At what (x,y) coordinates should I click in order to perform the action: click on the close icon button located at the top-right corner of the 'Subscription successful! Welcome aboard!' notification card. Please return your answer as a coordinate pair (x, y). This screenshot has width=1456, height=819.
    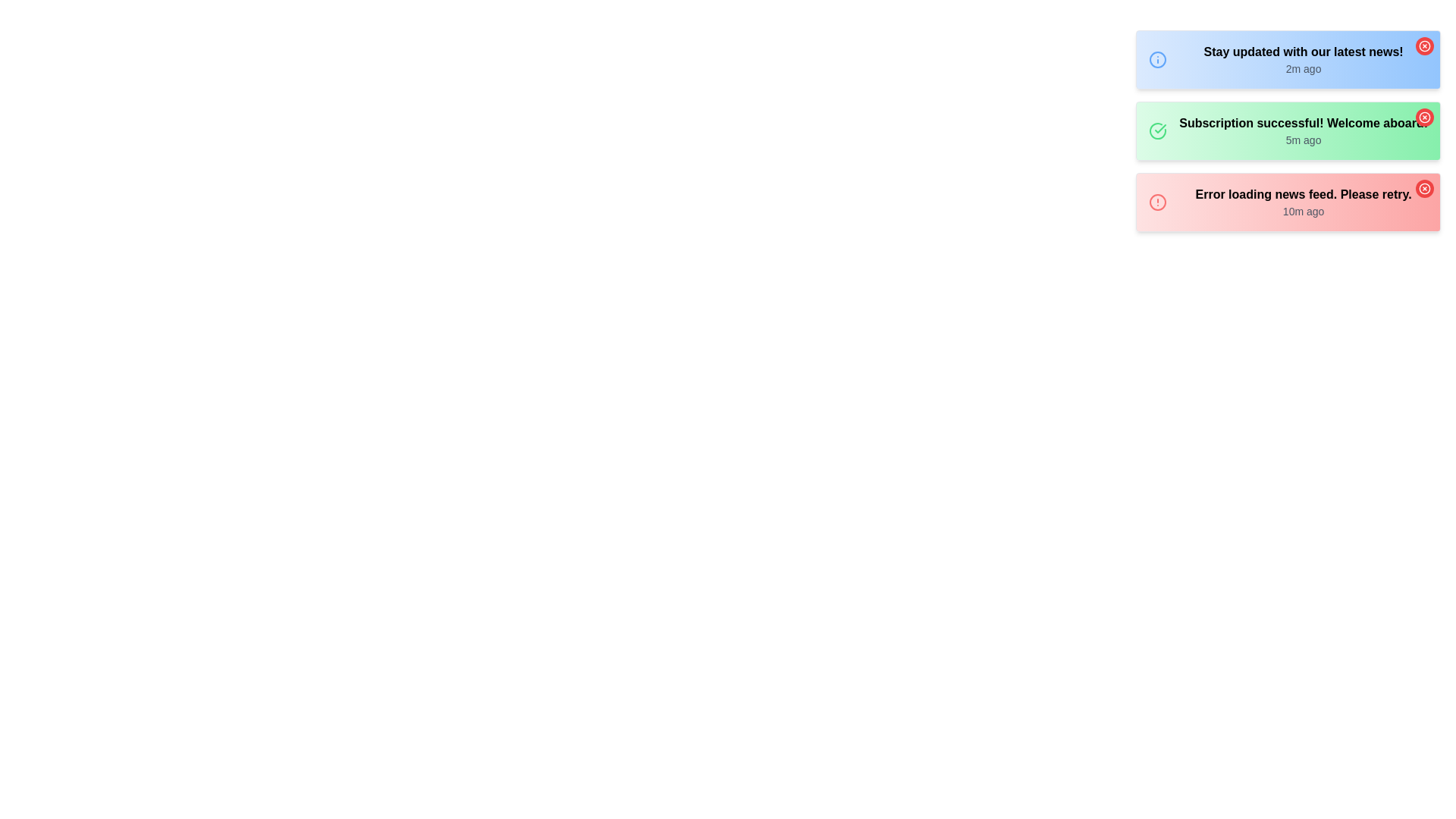
    Looking at the image, I should click on (1423, 116).